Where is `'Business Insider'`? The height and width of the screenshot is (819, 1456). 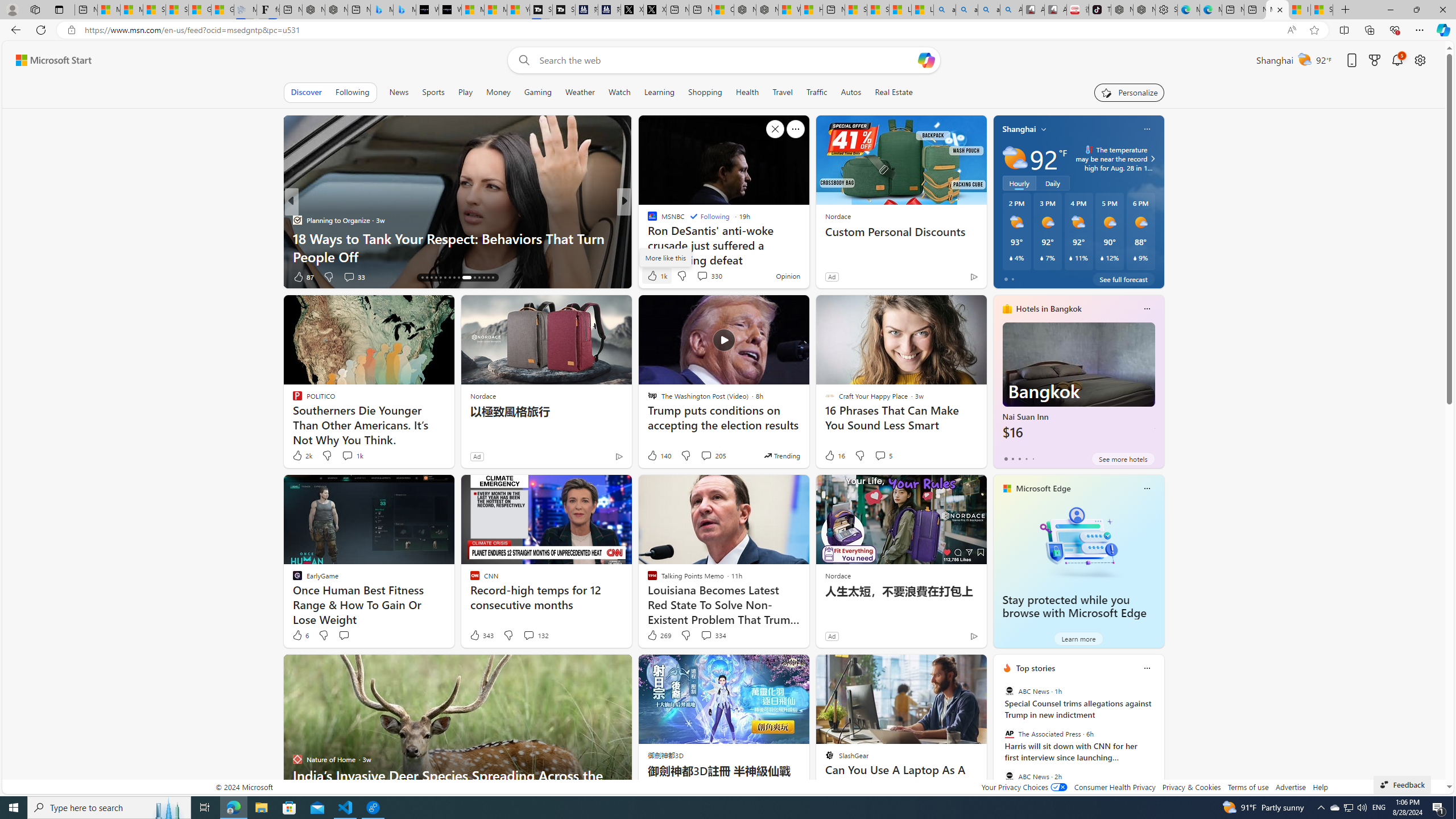 'Business Insider' is located at coordinates (647, 220).